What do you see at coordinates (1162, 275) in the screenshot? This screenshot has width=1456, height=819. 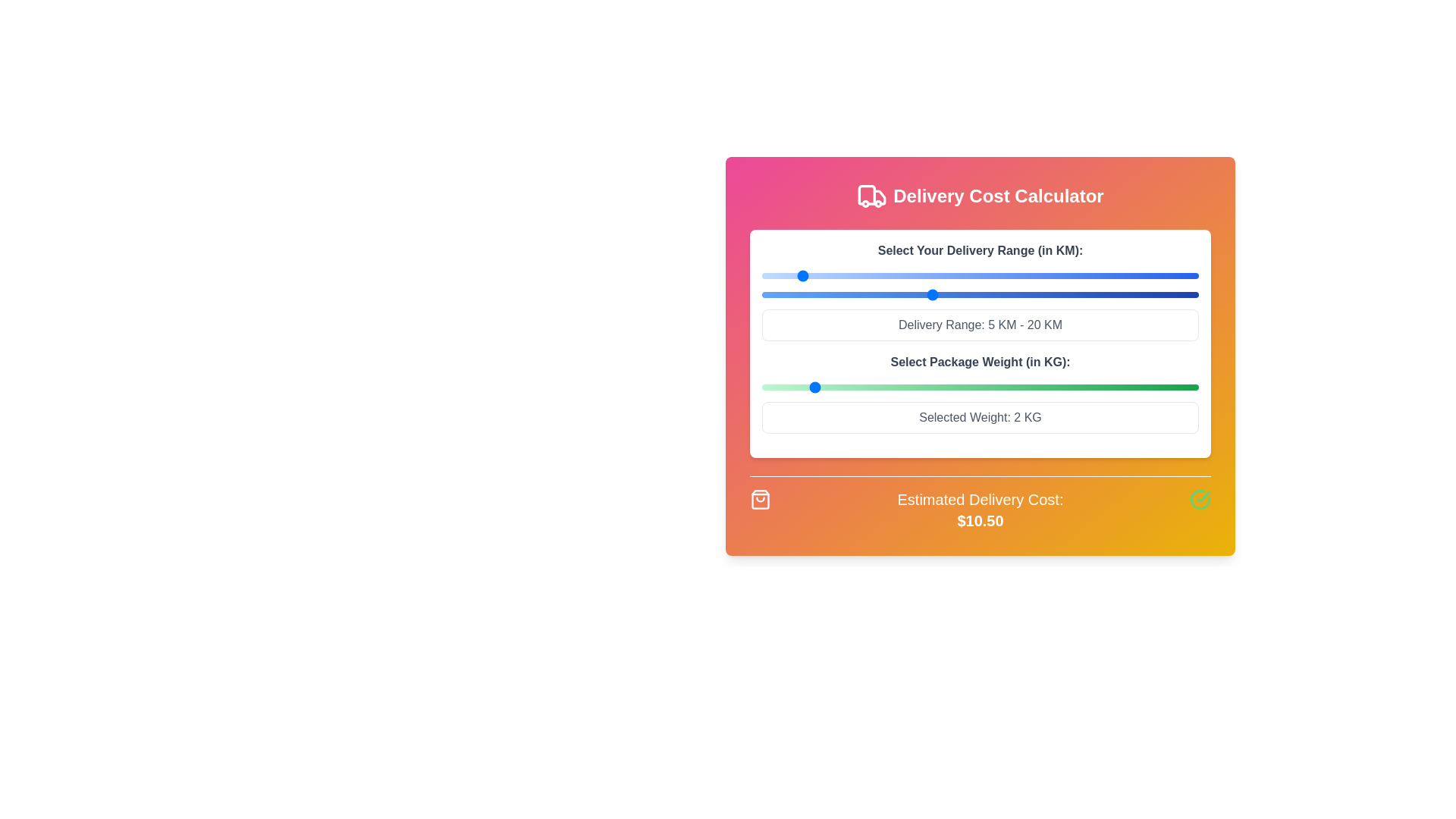 I see `the delivery range` at bounding box center [1162, 275].